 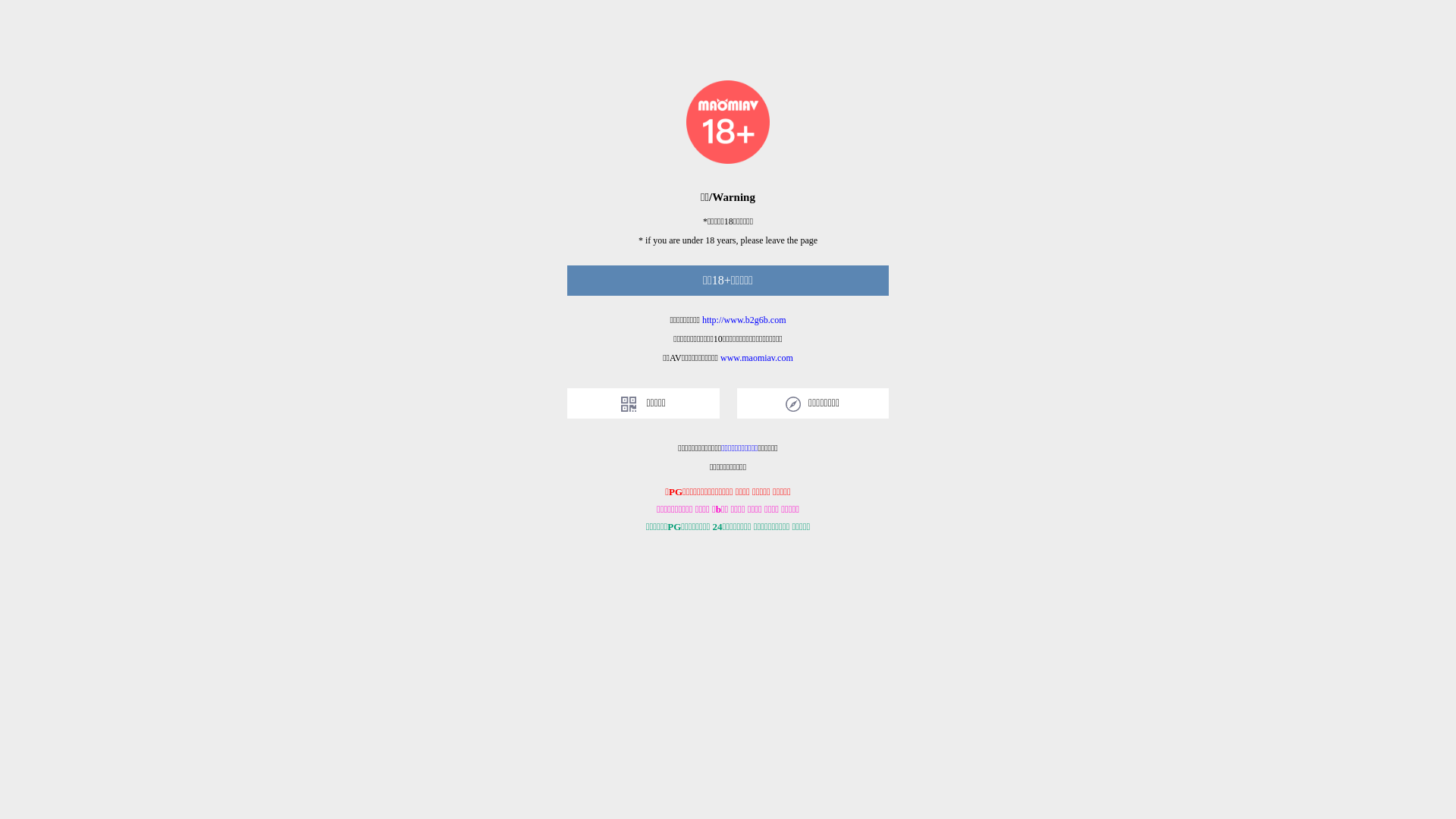 I want to click on 'www.maomiav.com', so click(x=757, y=357).